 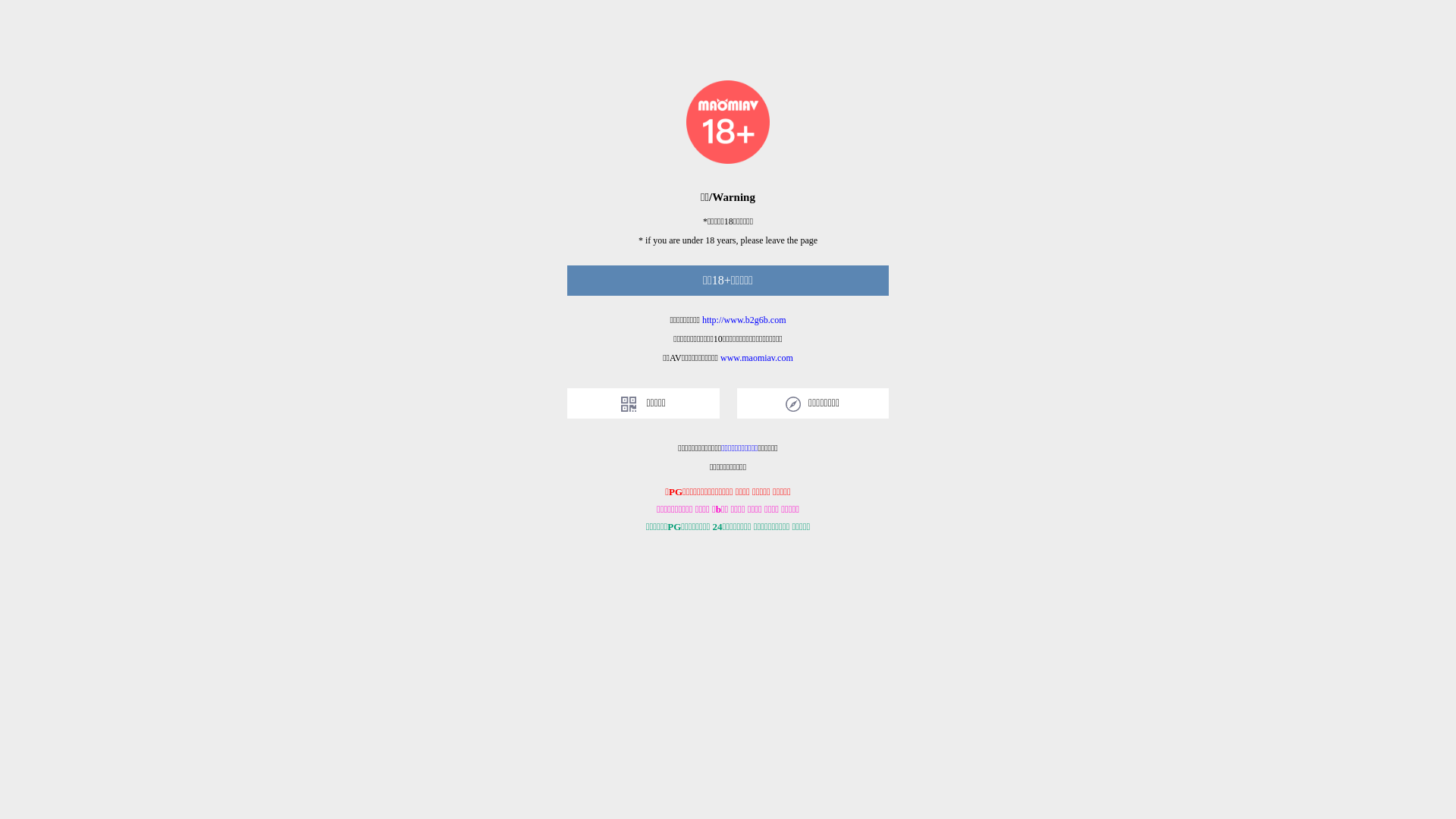 I want to click on 'www.maomiav.com', so click(x=757, y=357).